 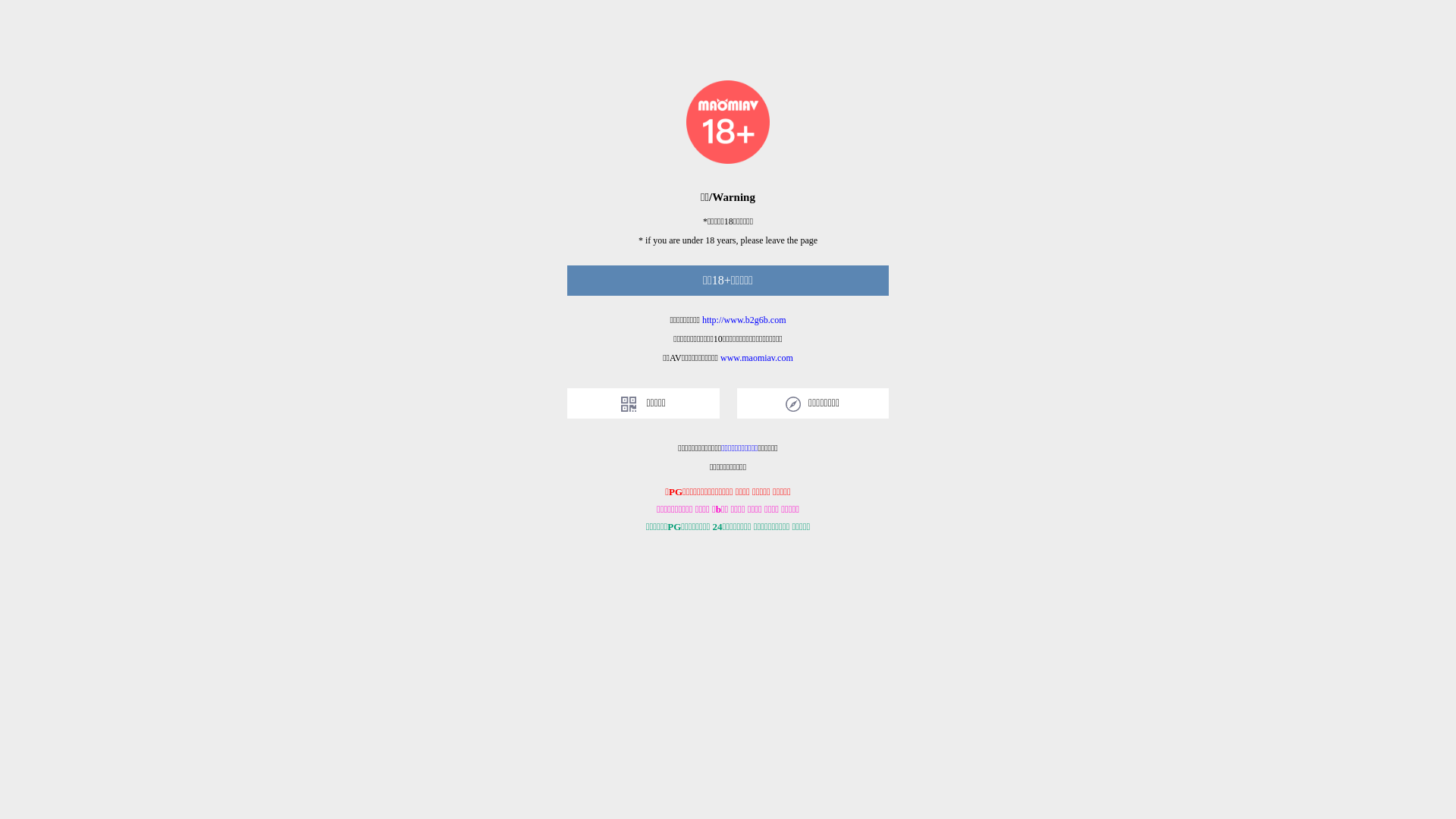 I want to click on 'www.maomiav.com', so click(x=757, y=357).